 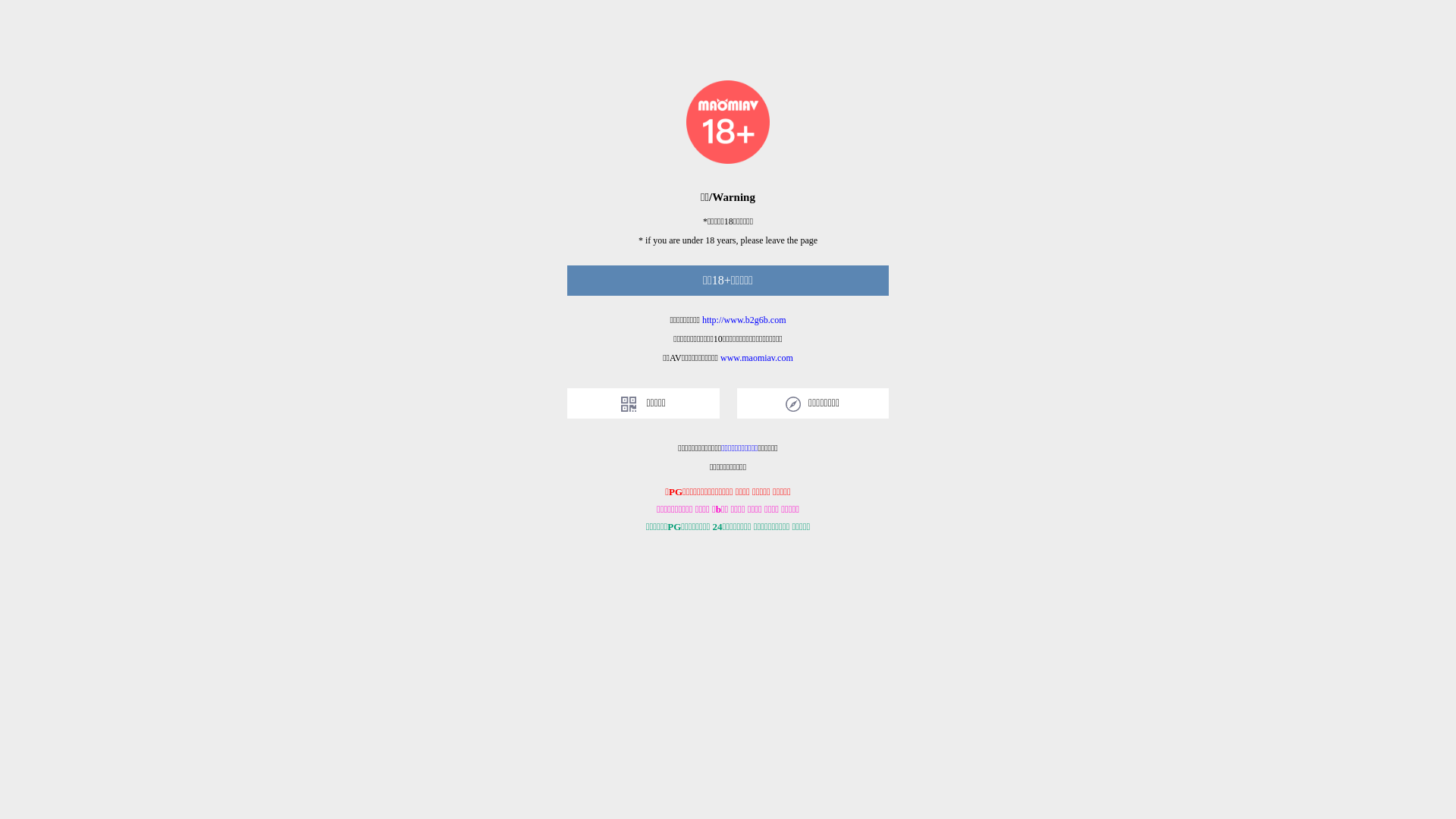 I want to click on 'www.maomiav.com', so click(x=757, y=357).